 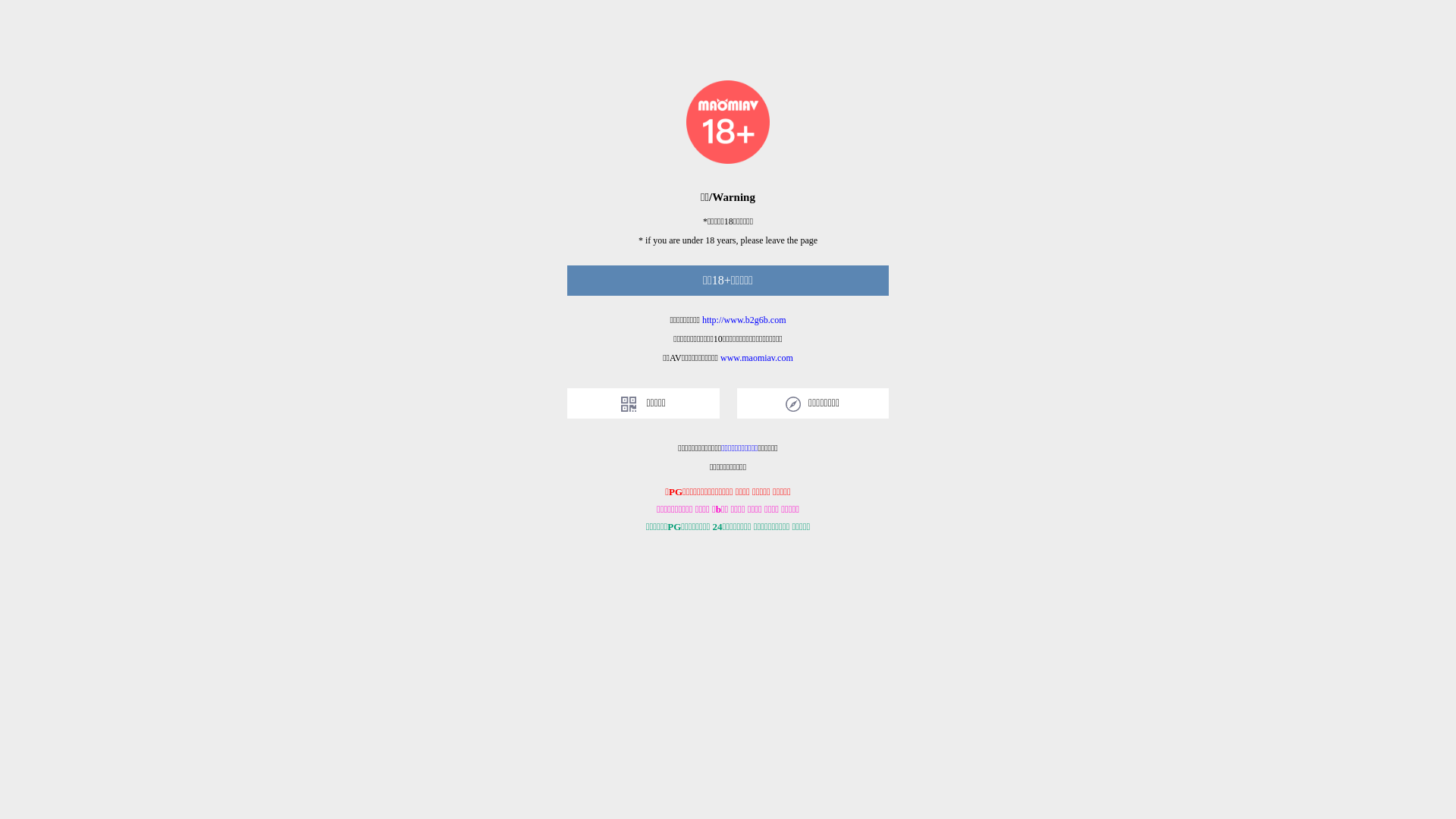 I want to click on 'www.maomiav.com', so click(x=757, y=357).